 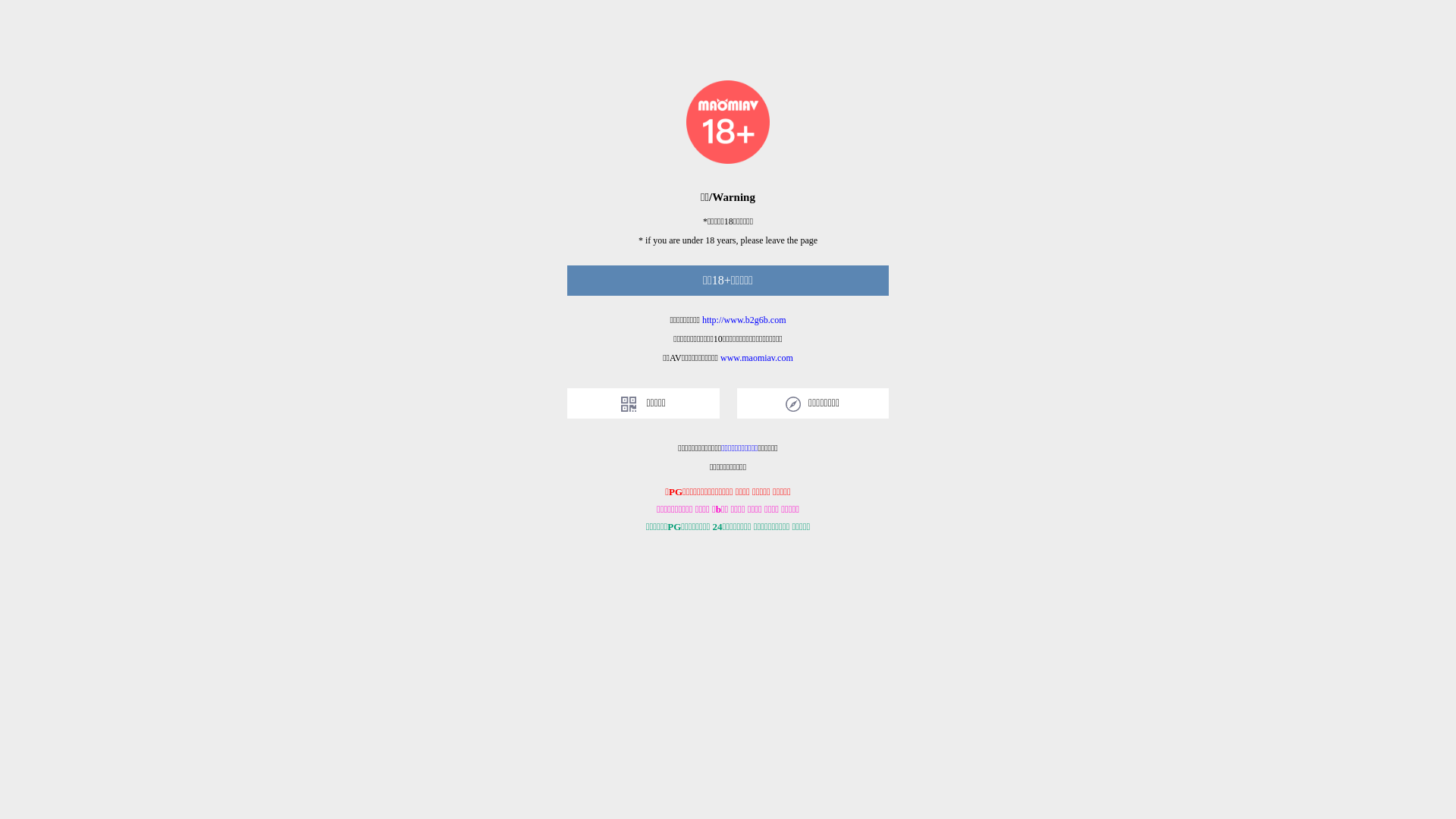 I want to click on 'www.maomiav.com', so click(x=757, y=357).